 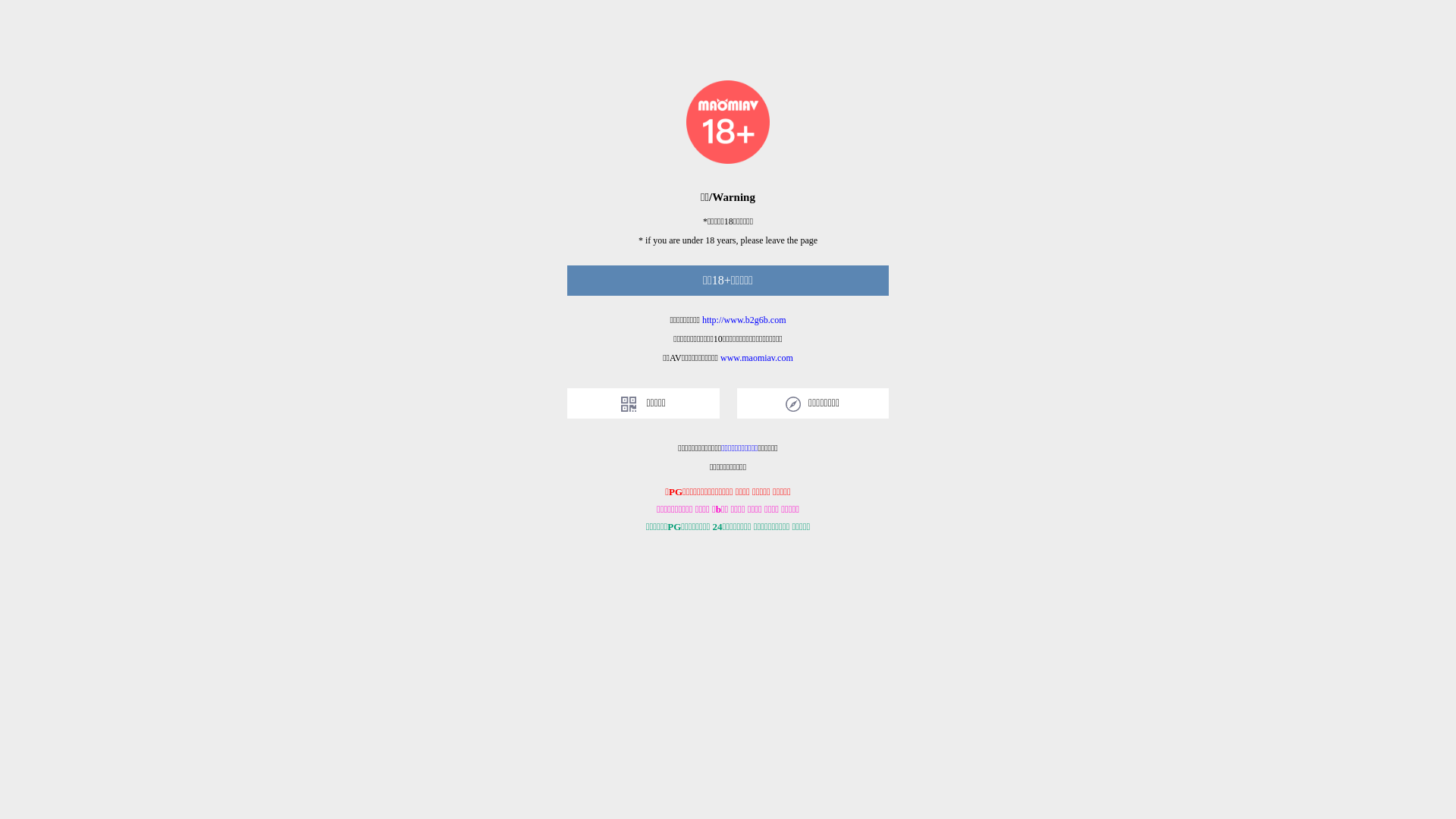 I want to click on 'www.maomiav.com', so click(x=757, y=357).